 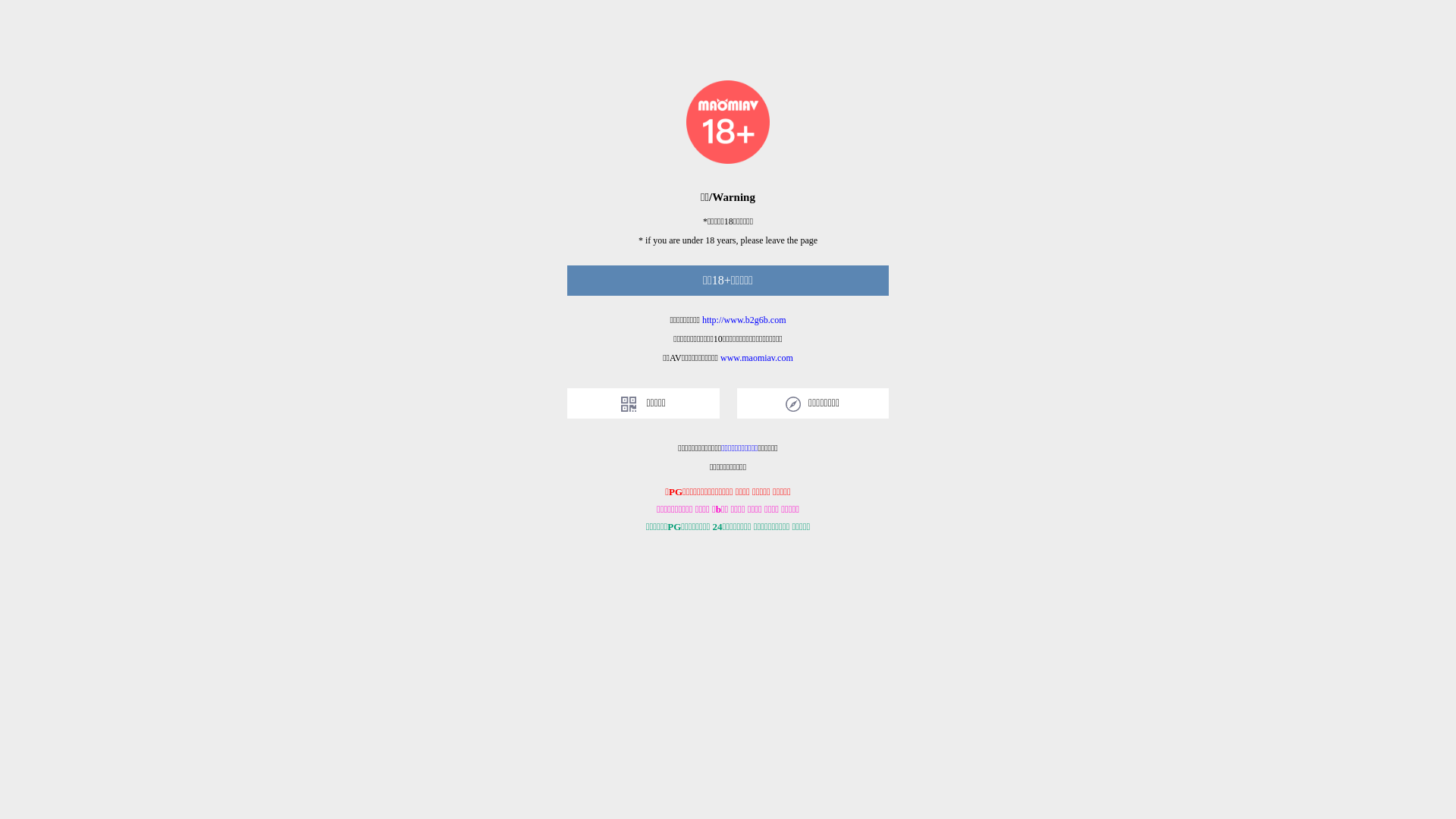 I want to click on 'www.maomiav.com', so click(x=757, y=357).